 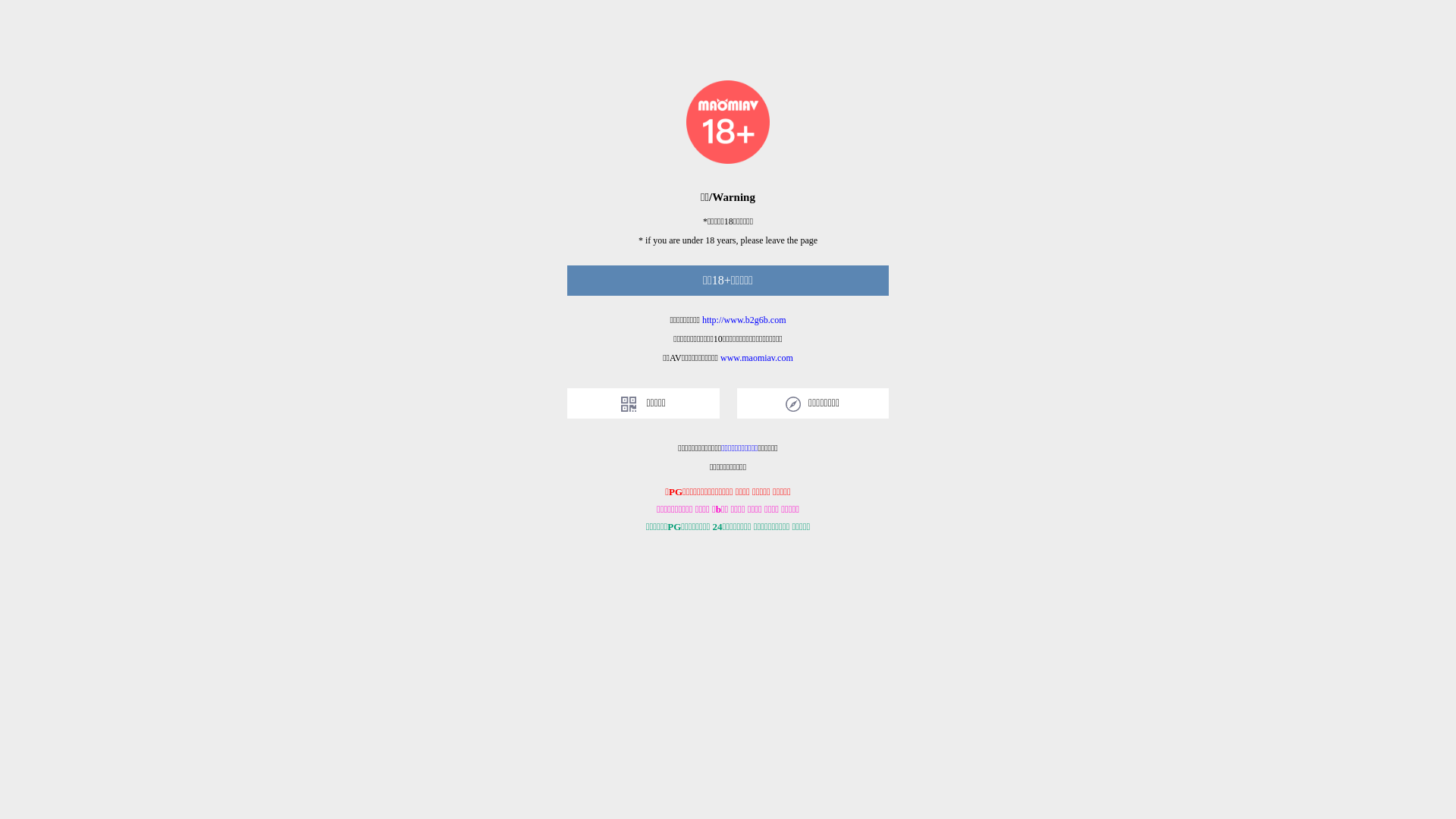 I want to click on 'www.maomiav.com', so click(x=757, y=357).